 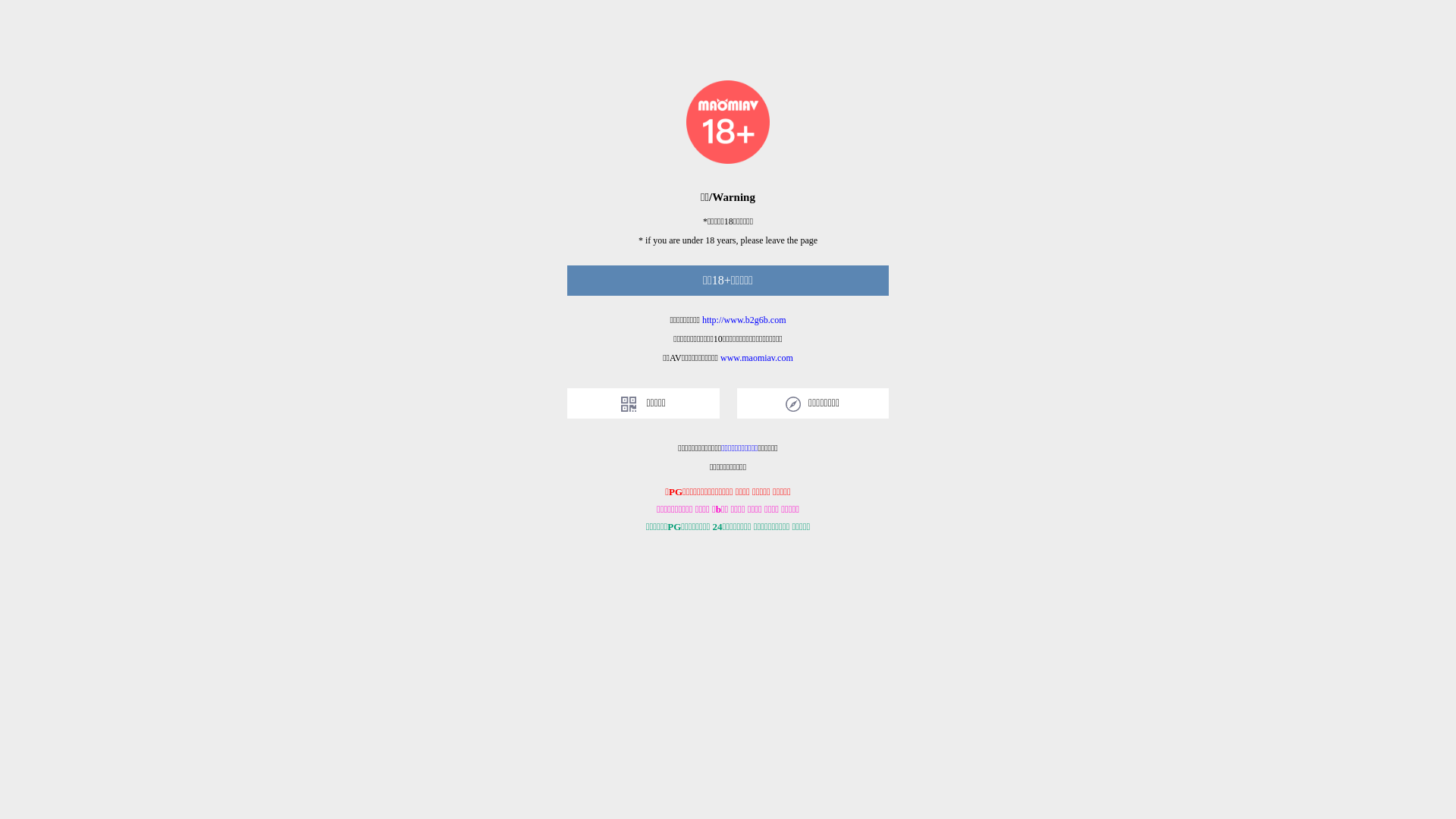 I want to click on 'www.maomiav.com', so click(x=757, y=357).